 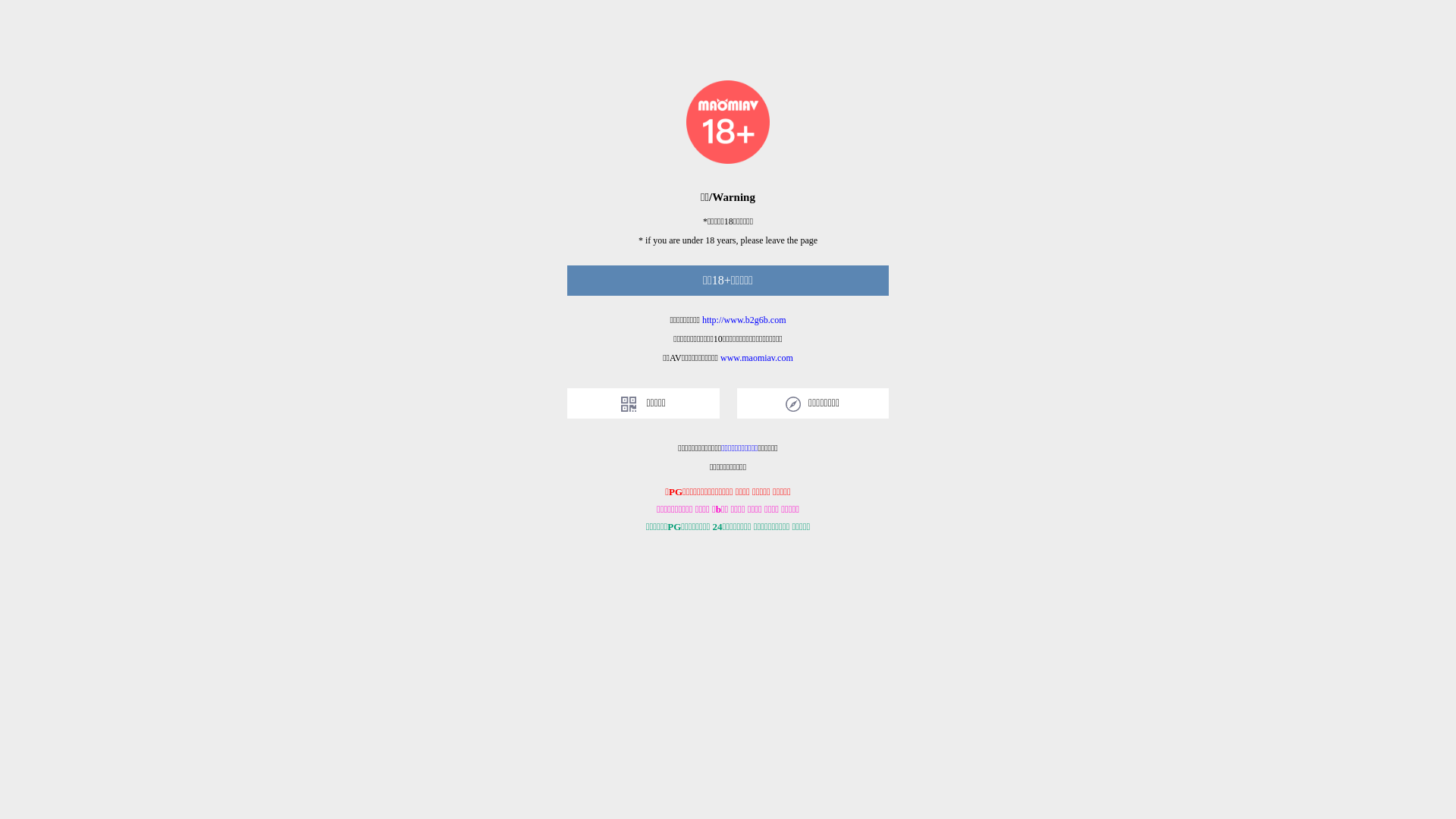 I want to click on 'www.maomiav.com', so click(x=757, y=357).